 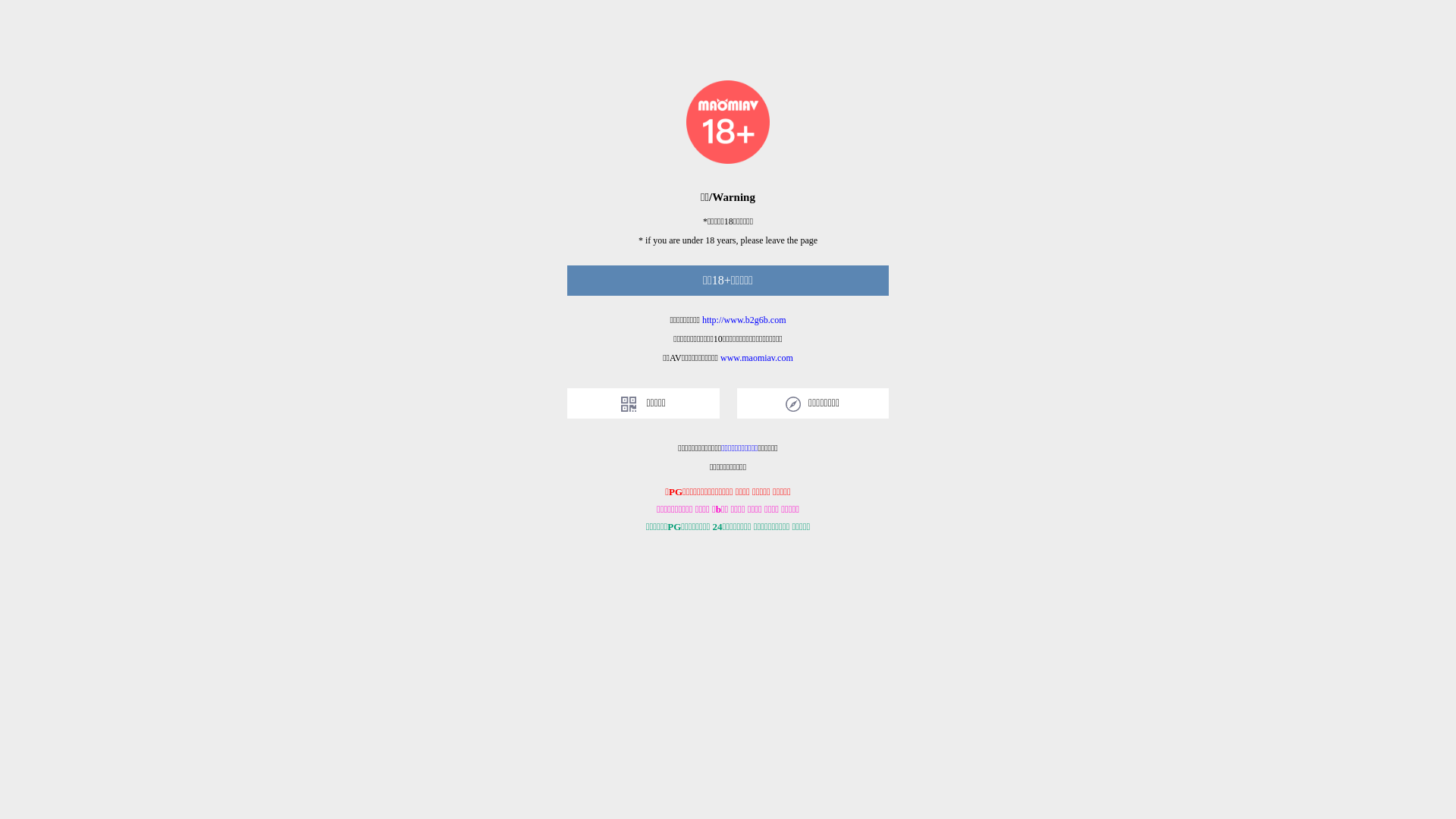 I want to click on 'www.maomiav.com', so click(x=757, y=357).